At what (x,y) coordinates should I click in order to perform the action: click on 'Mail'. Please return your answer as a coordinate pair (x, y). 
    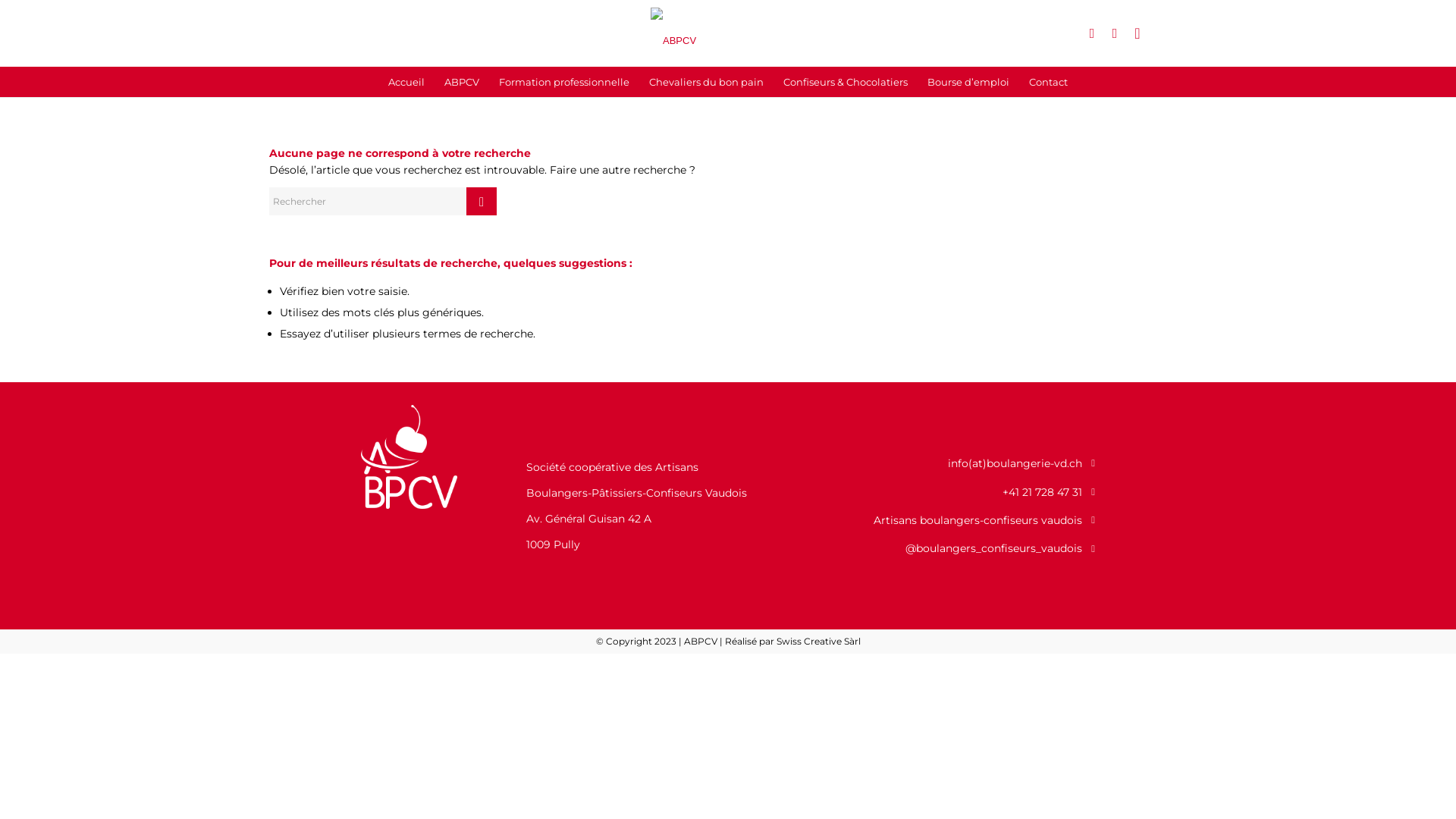
    Looking at the image, I should click on (1137, 33).